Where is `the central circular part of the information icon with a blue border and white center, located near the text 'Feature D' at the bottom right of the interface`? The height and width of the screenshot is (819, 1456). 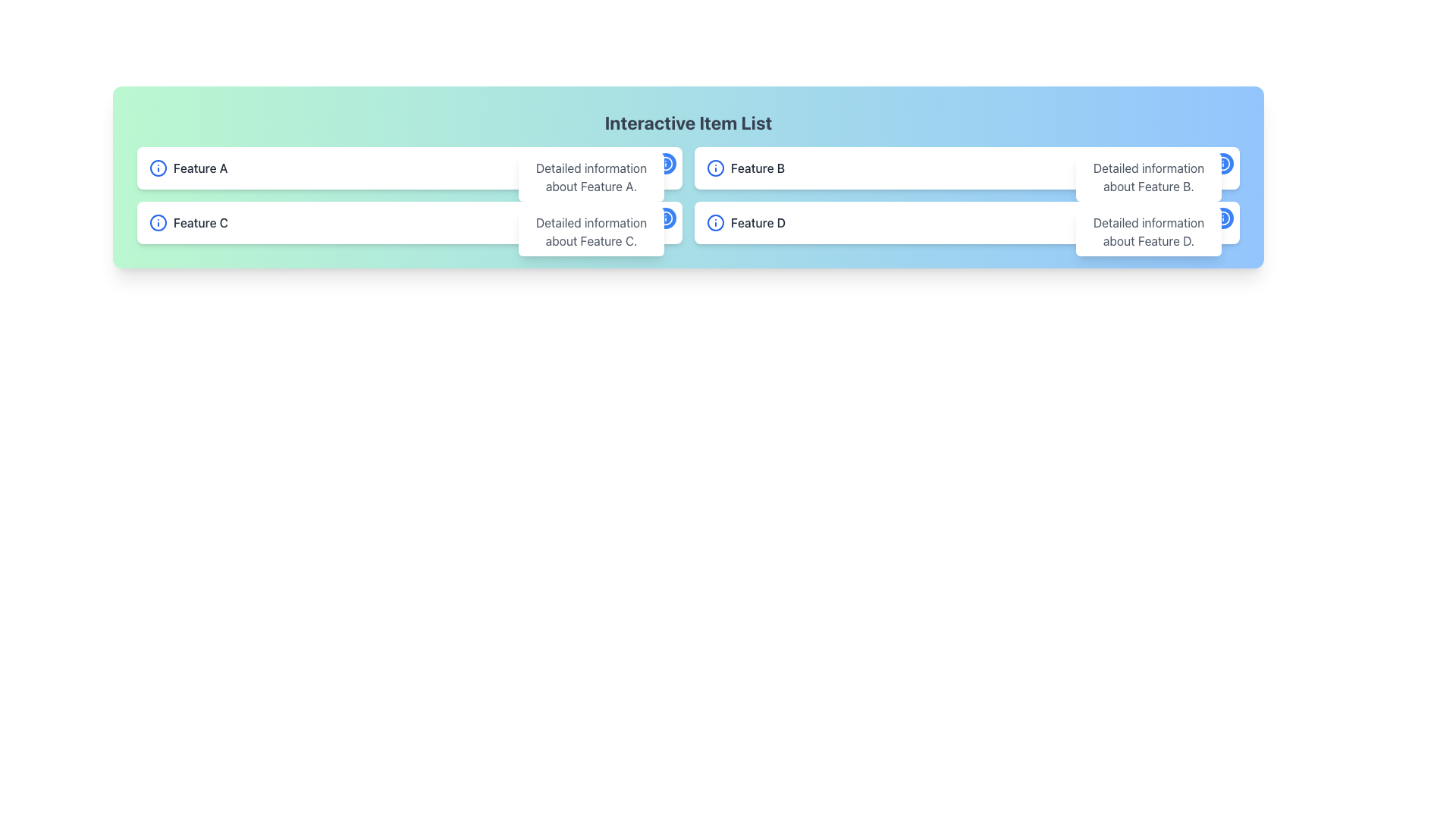
the central circular part of the information icon with a blue border and white center, located near the text 'Feature D' at the bottom right of the interface is located at coordinates (715, 222).